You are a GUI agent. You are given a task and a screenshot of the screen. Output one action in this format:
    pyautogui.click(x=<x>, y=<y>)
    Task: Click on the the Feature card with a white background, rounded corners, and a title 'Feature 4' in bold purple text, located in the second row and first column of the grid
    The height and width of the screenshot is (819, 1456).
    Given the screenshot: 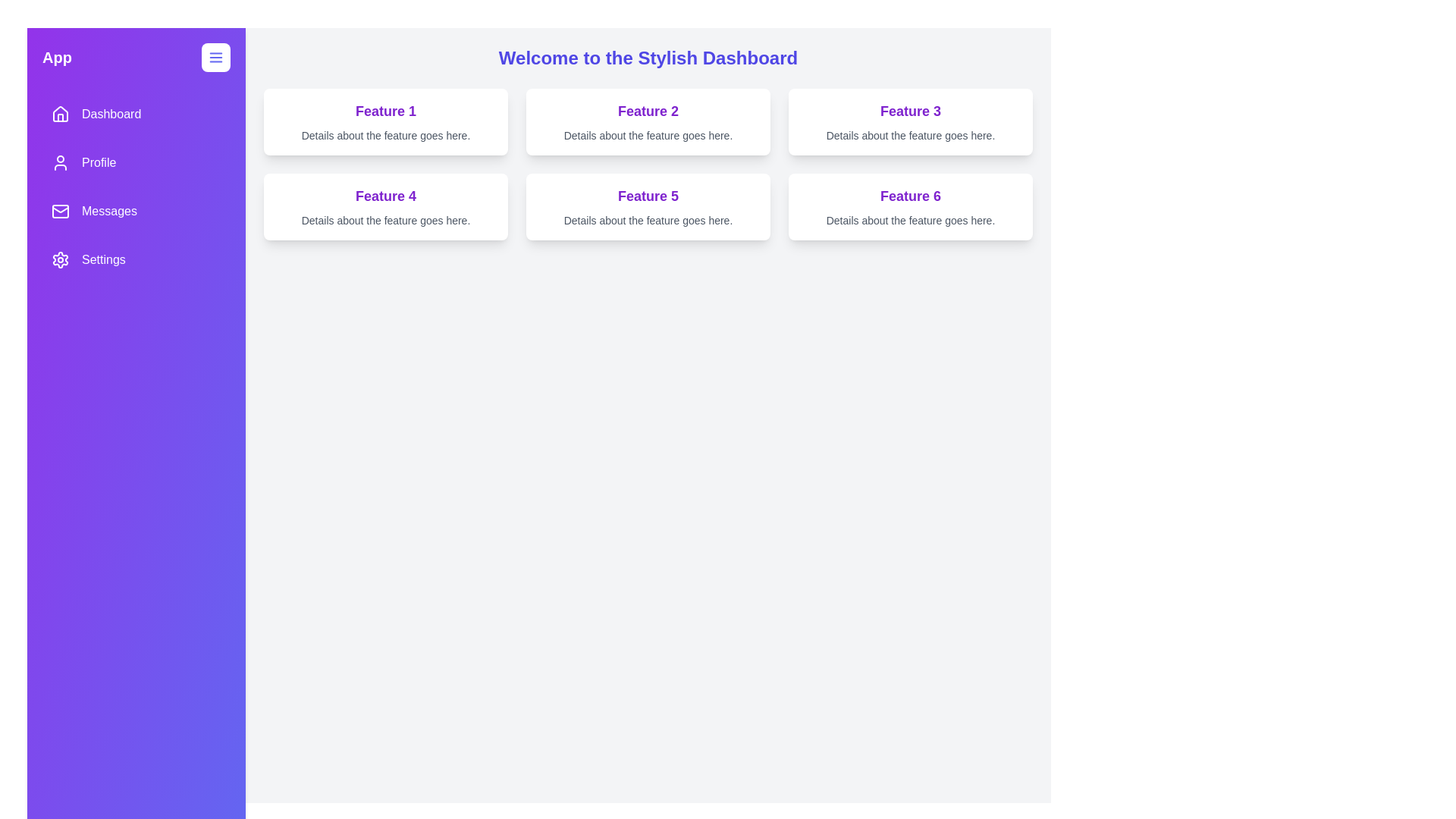 What is the action you would take?
    pyautogui.click(x=385, y=207)
    